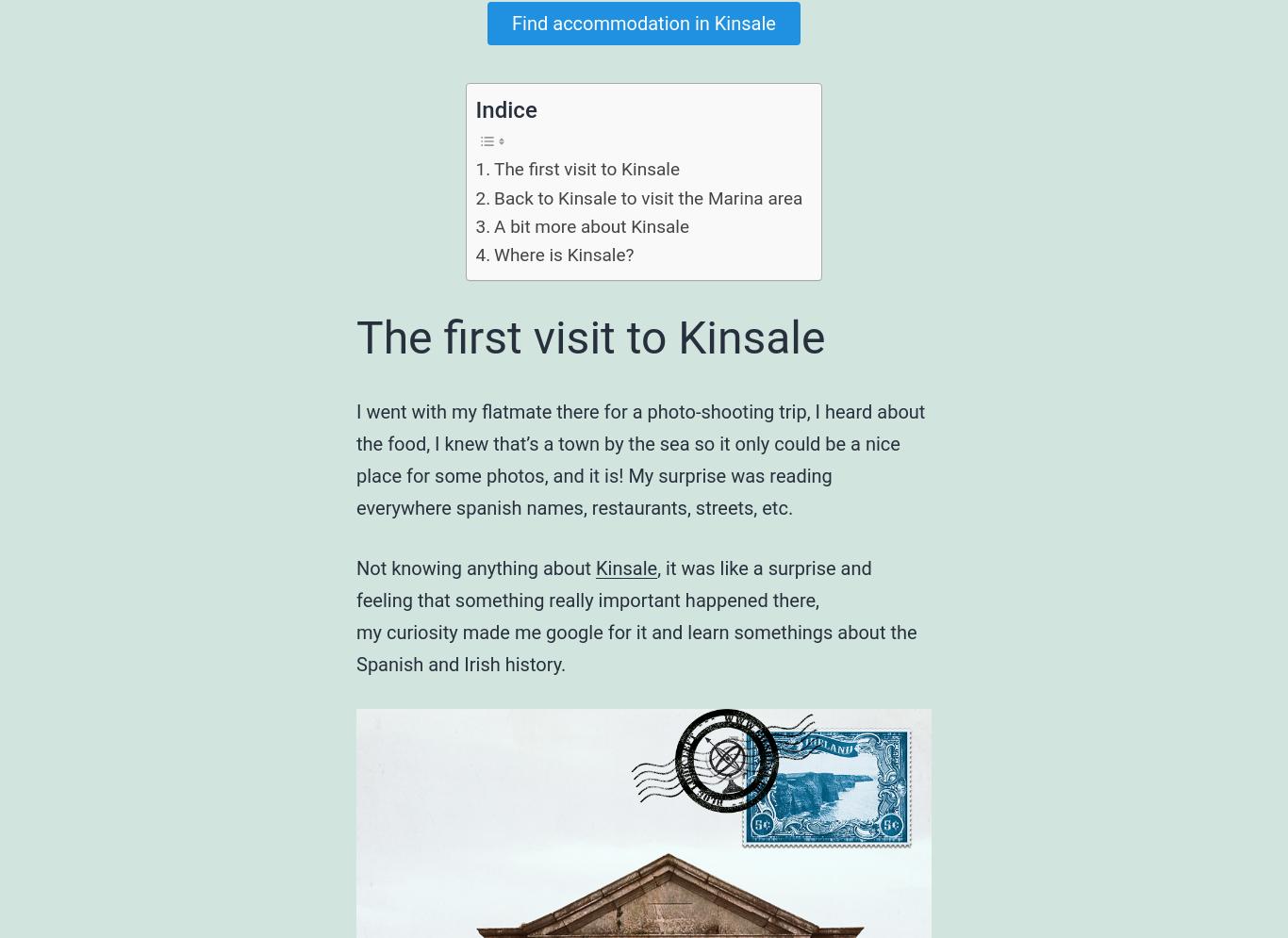 This screenshot has width=1288, height=938. I want to click on 'Find accommodation in Kinsale', so click(511, 23).